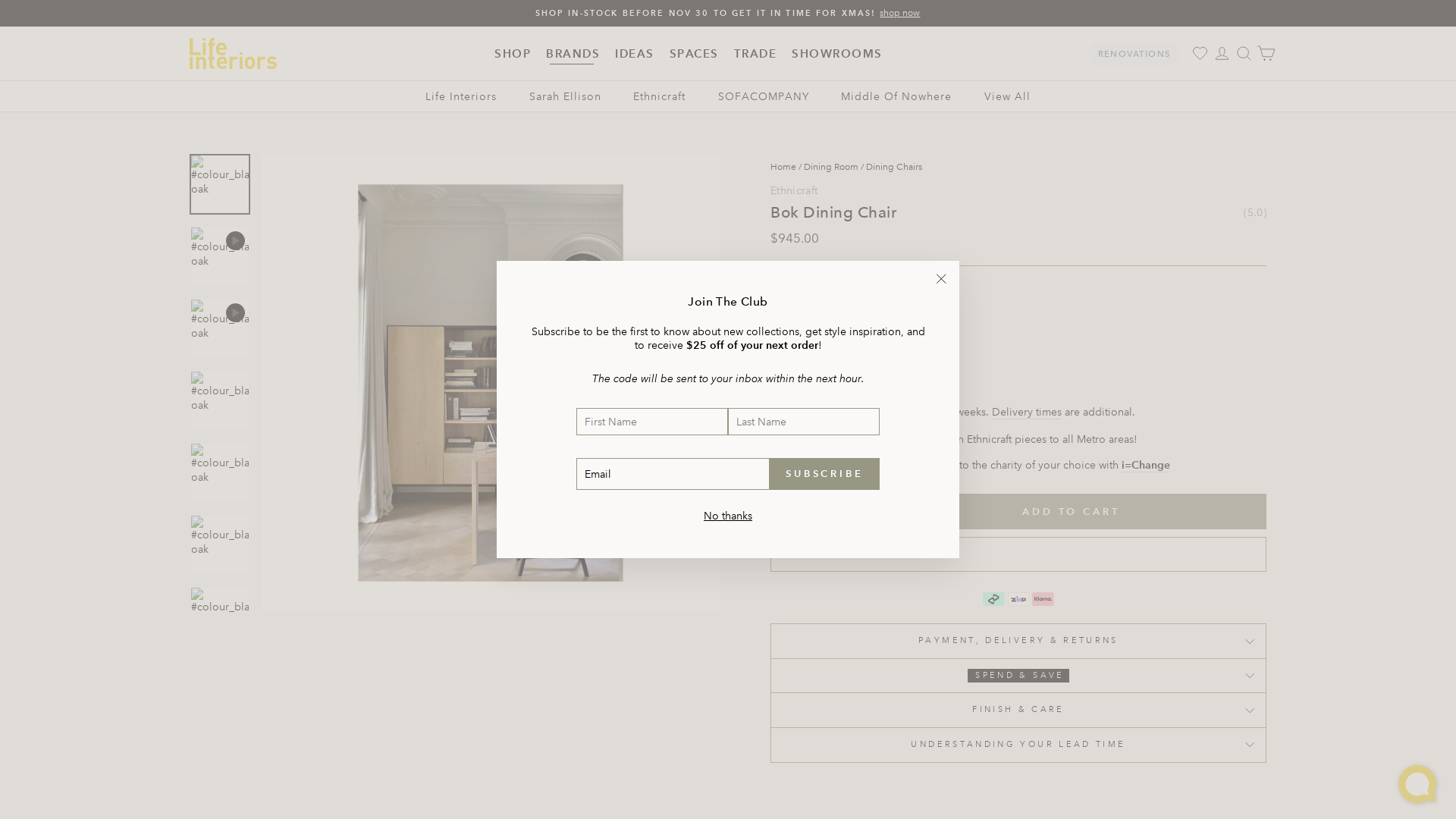 This screenshot has width=1456, height=819. I want to click on 'Delivery times', so click(992, 412).